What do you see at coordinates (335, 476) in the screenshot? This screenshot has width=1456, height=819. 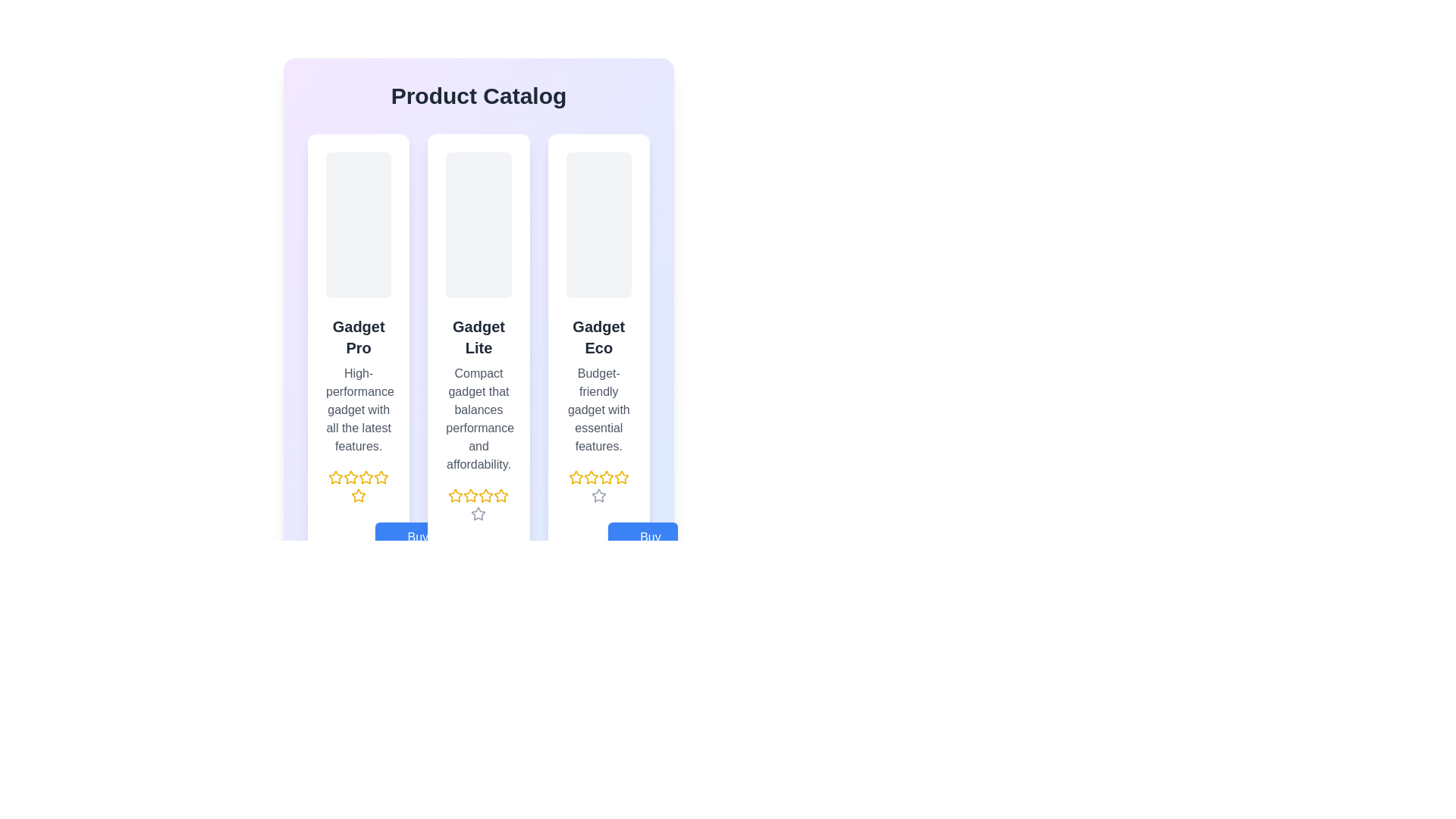 I see `on the first yellow star icon used for rating beneath the text 'Gadget Pro' in the leftmost product card` at bounding box center [335, 476].